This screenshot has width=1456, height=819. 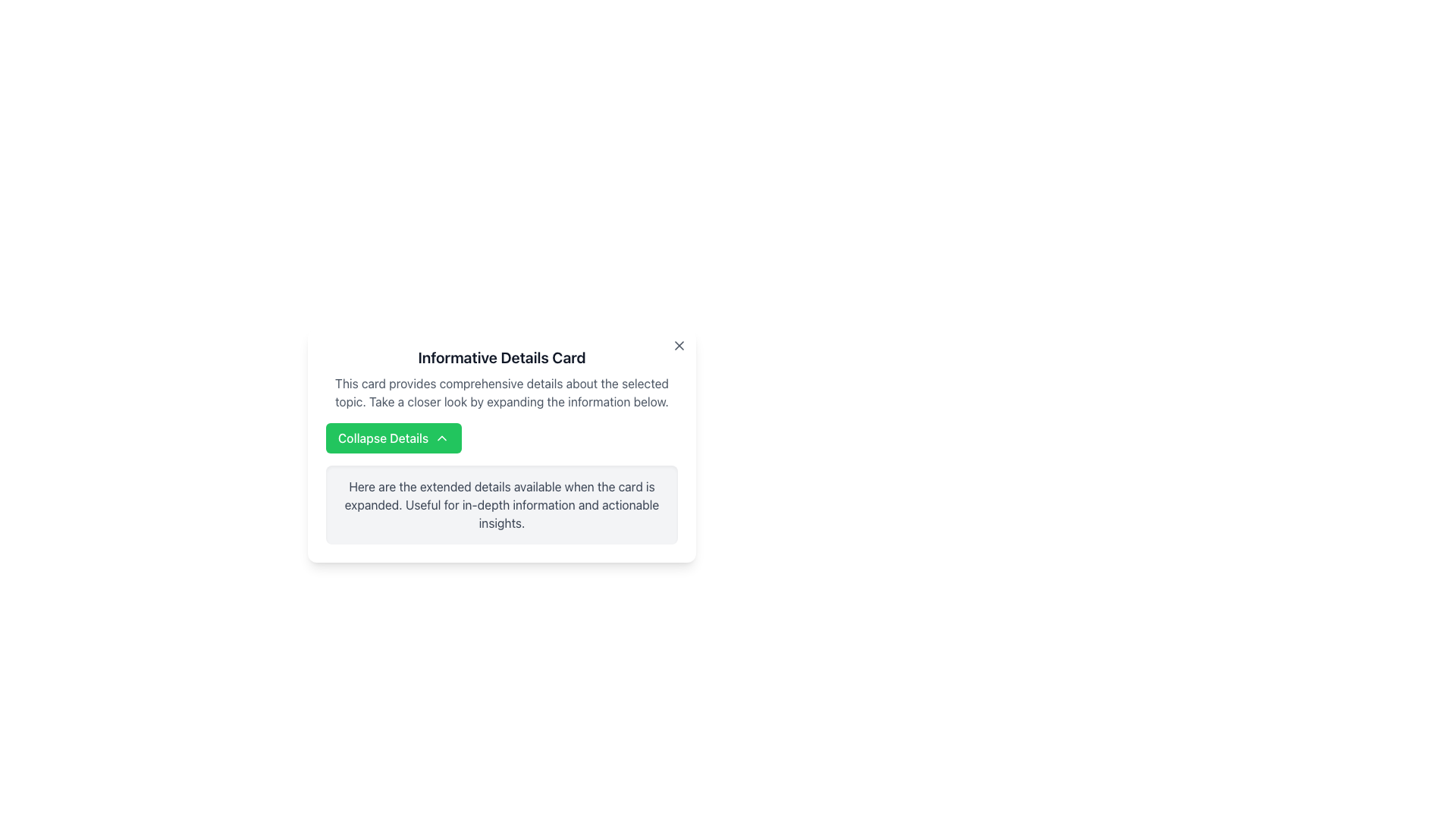 What do you see at coordinates (394, 438) in the screenshot?
I see `the collapse button located in the Informative Details Card panel` at bounding box center [394, 438].